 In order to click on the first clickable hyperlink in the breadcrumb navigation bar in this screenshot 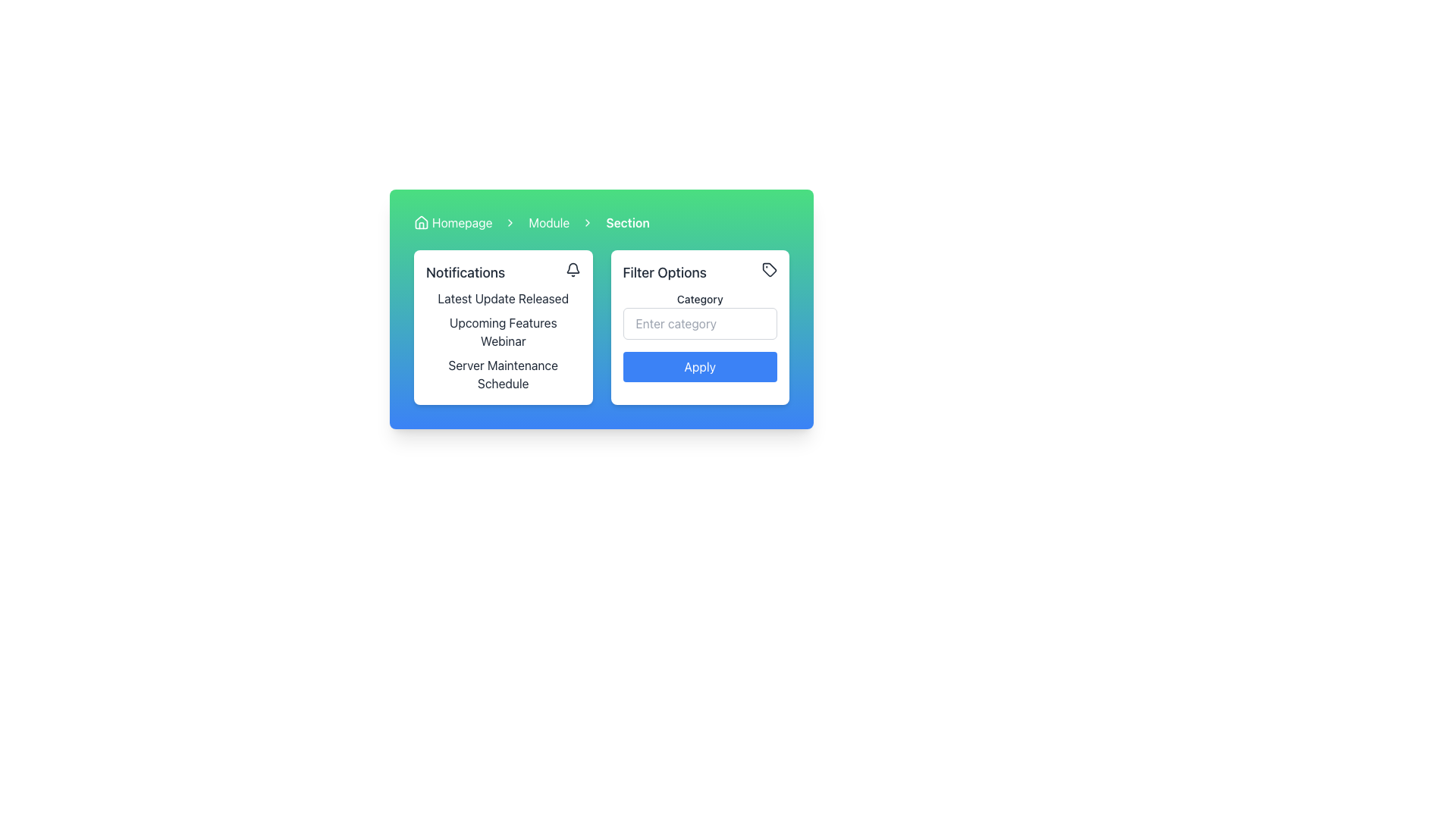, I will do `click(452, 222)`.